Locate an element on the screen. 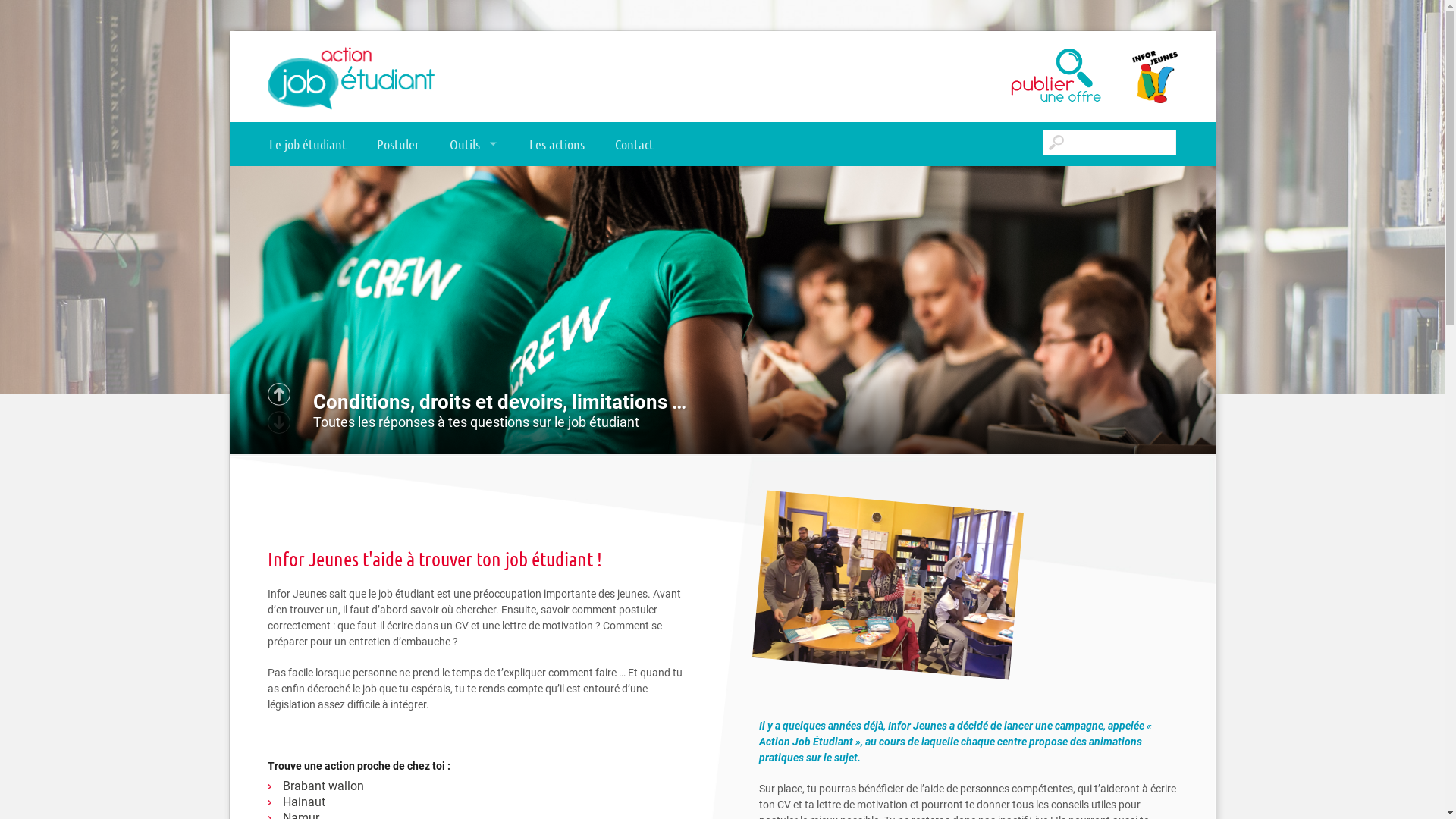  'Postuler' is located at coordinates (397, 145).